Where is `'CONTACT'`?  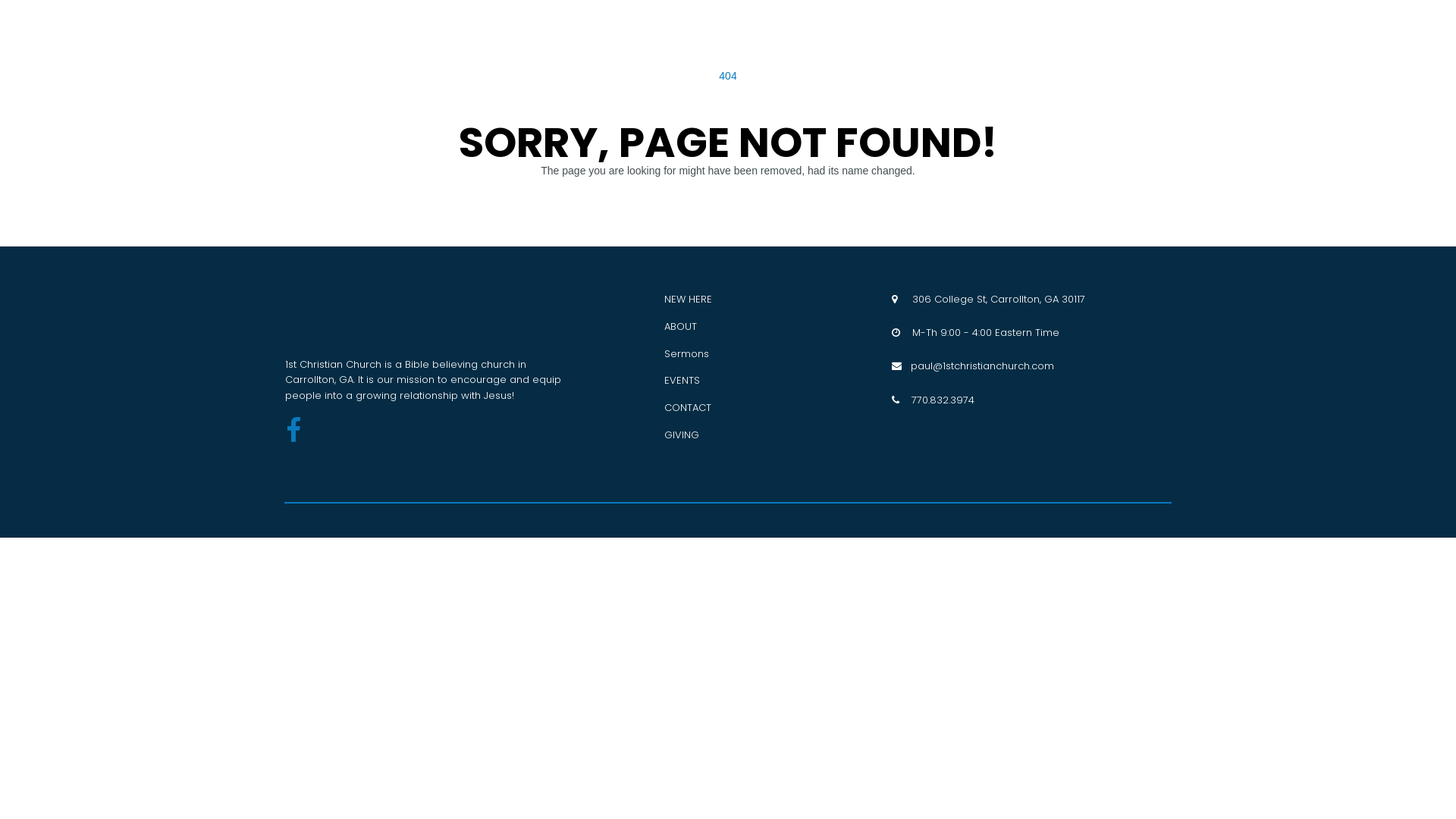
'CONTACT' is located at coordinates (664, 406).